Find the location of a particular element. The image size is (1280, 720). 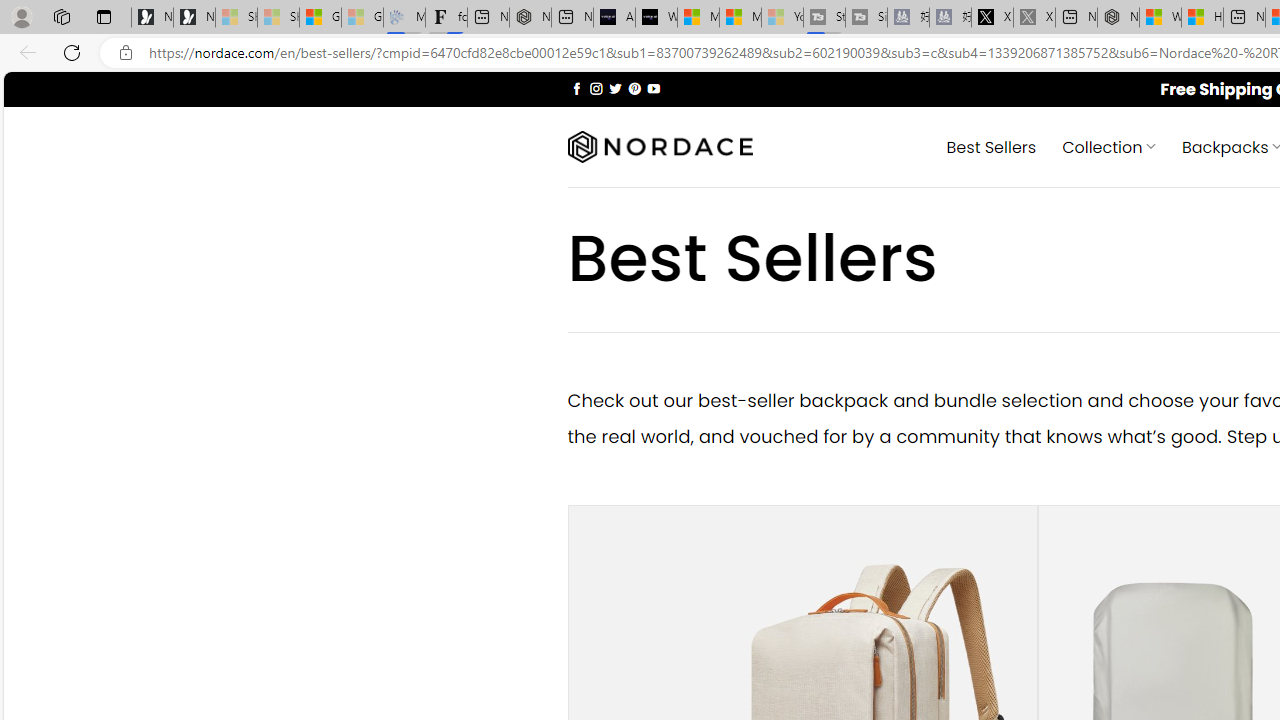

'Streaming Coverage | T3 - Sleeping' is located at coordinates (824, 17).